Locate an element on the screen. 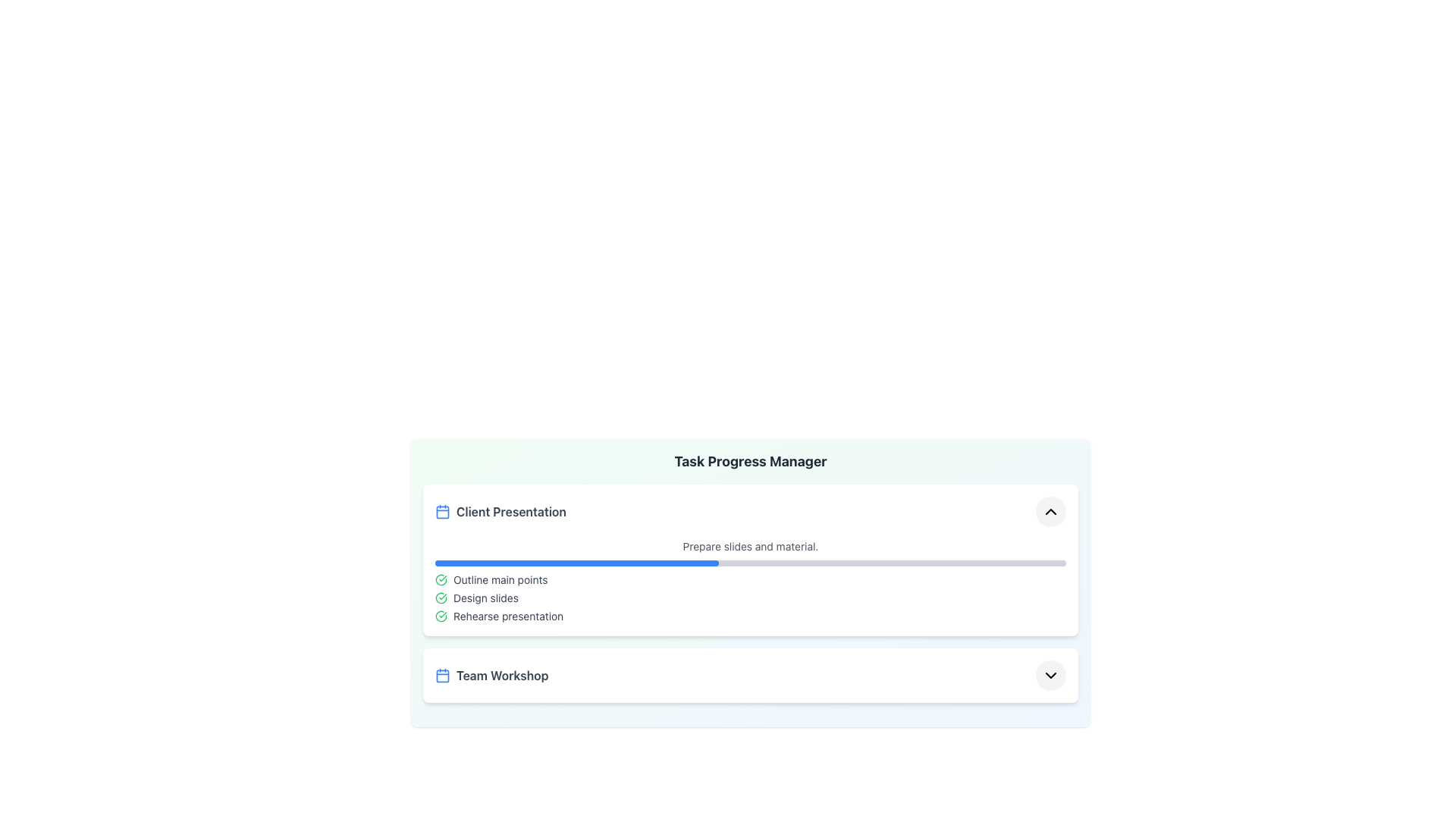  the chevron button located at the right end of the 'Team Workshop' section is located at coordinates (1050, 675).